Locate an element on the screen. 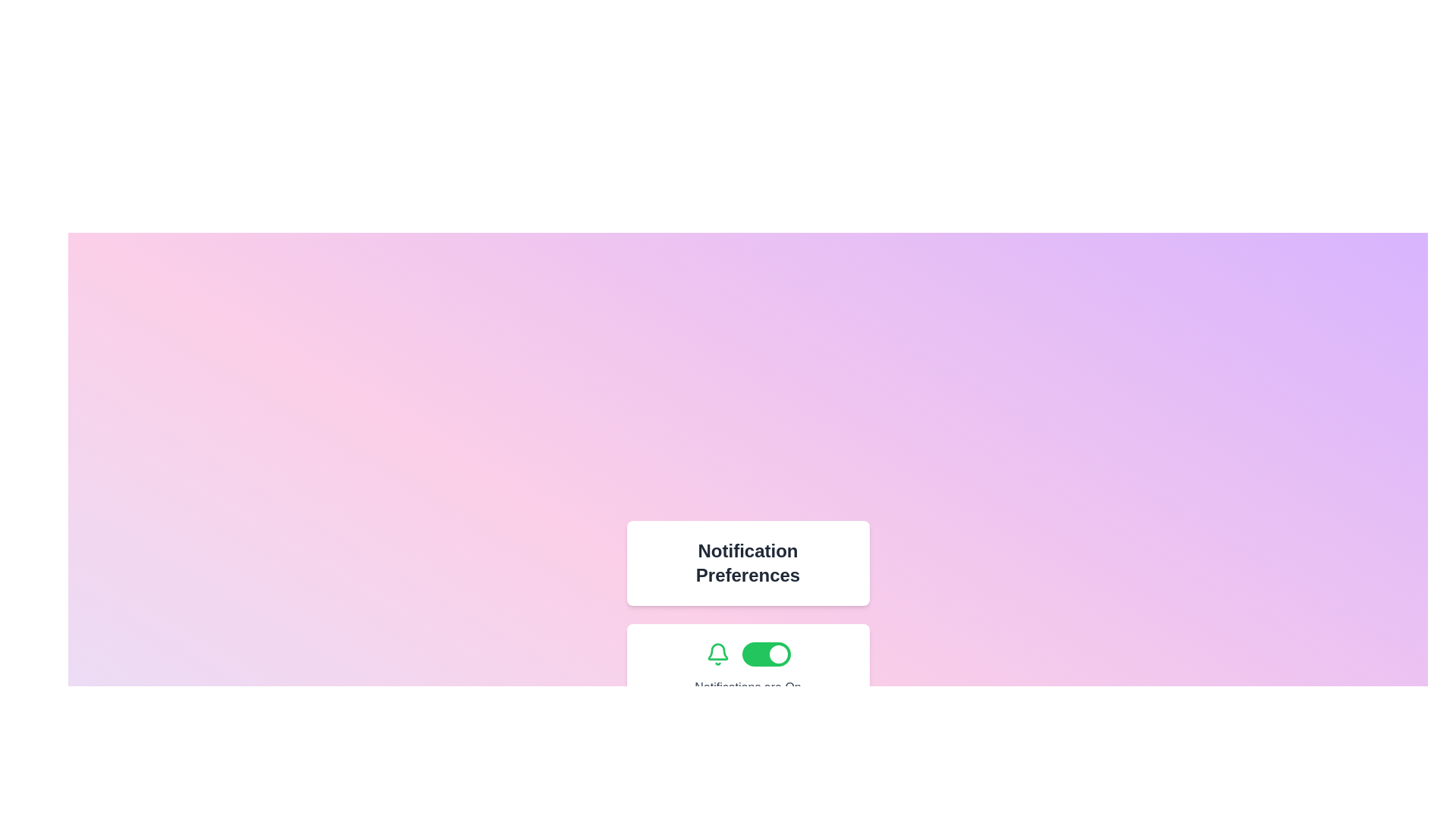 This screenshot has width=1456, height=819. the position of the small circular toggle indicator with a polished, modern look to determine the toggle state is located at coordinates (778, 654).